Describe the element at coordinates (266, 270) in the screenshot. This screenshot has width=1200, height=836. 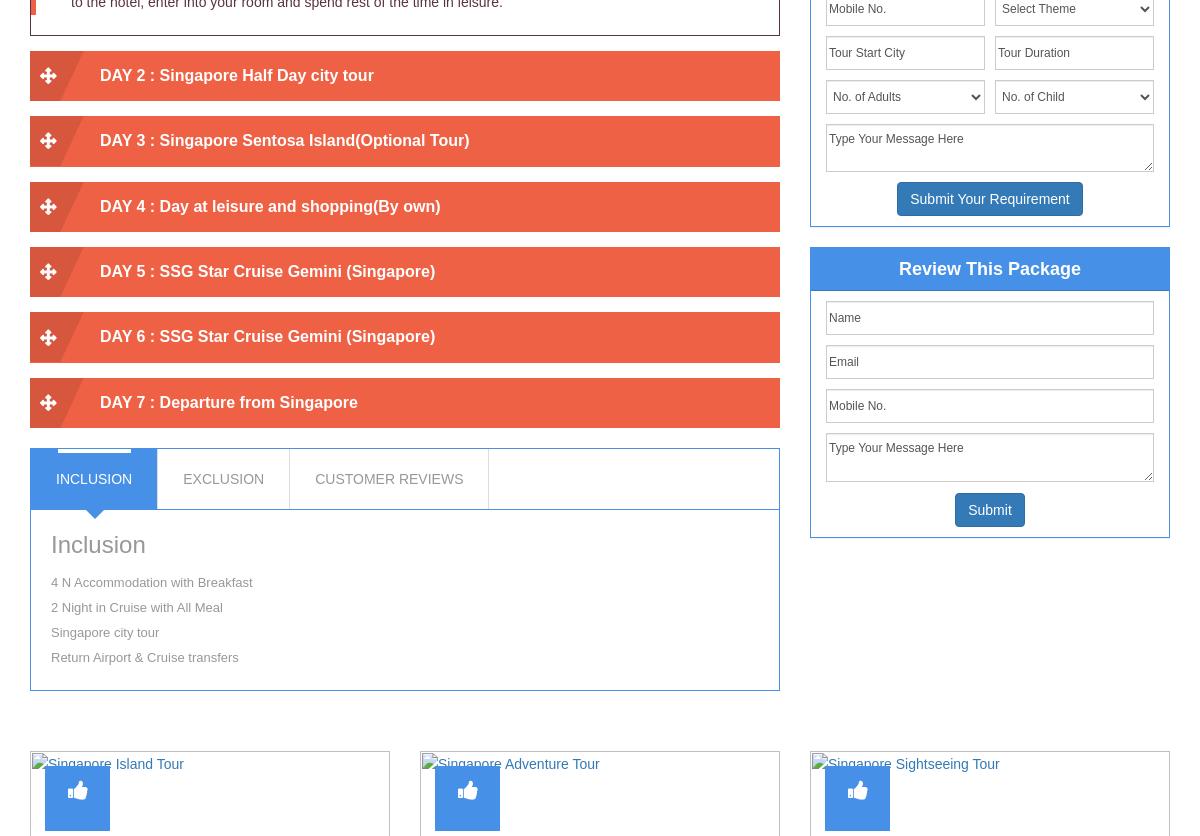
I see `'DAY 5 : SSG Star Cruise Gemini (Singapore)'` at that location.